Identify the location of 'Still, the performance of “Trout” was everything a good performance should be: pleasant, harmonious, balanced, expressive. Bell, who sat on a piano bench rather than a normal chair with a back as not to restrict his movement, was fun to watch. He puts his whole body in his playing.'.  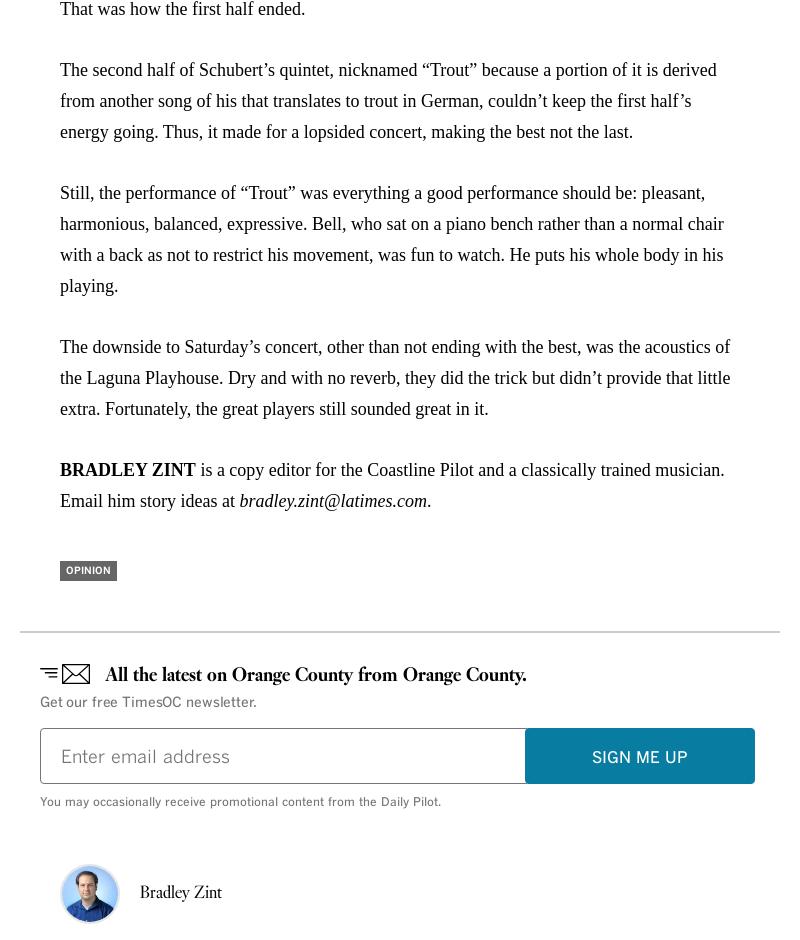
(390, 239).